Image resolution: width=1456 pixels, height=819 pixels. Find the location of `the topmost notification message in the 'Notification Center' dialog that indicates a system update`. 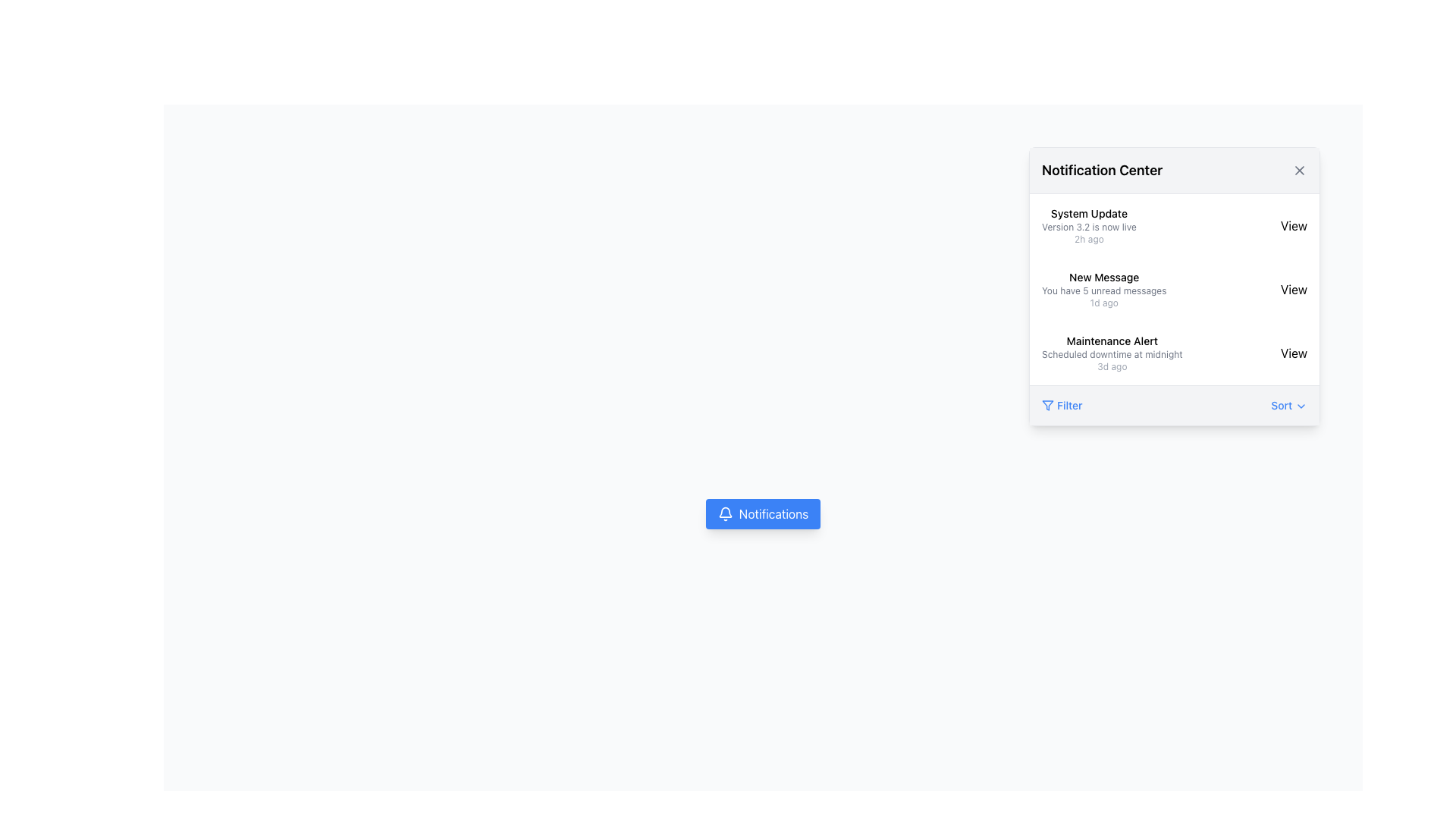

the topmost notification message in the 'Notification Center' dialog that indicates a system update is located at coordinates (1088, 225).